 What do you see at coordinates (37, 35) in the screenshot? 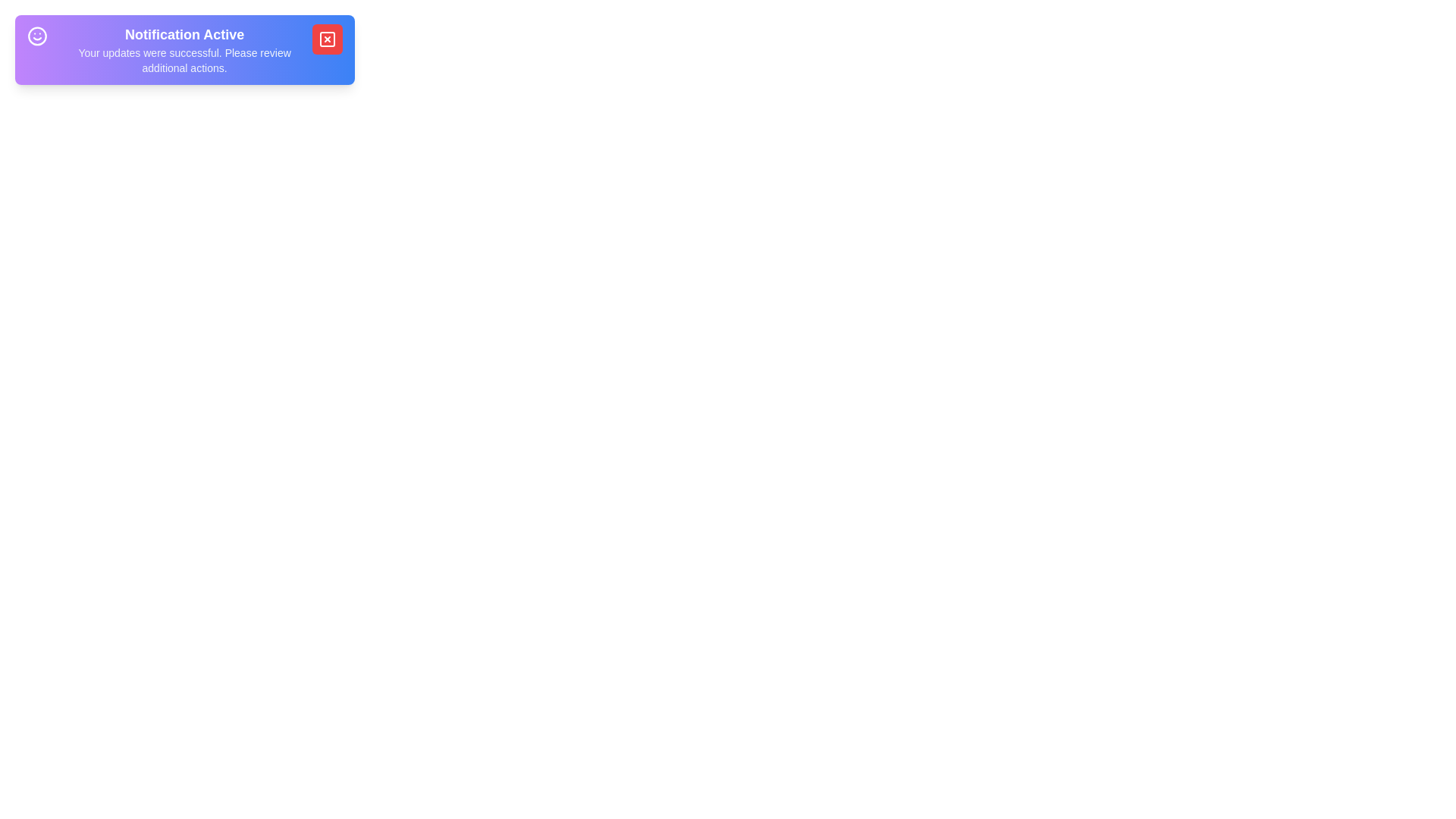
I see `the smiley face icon to interact with the notification` at bounding box center [37, 35].